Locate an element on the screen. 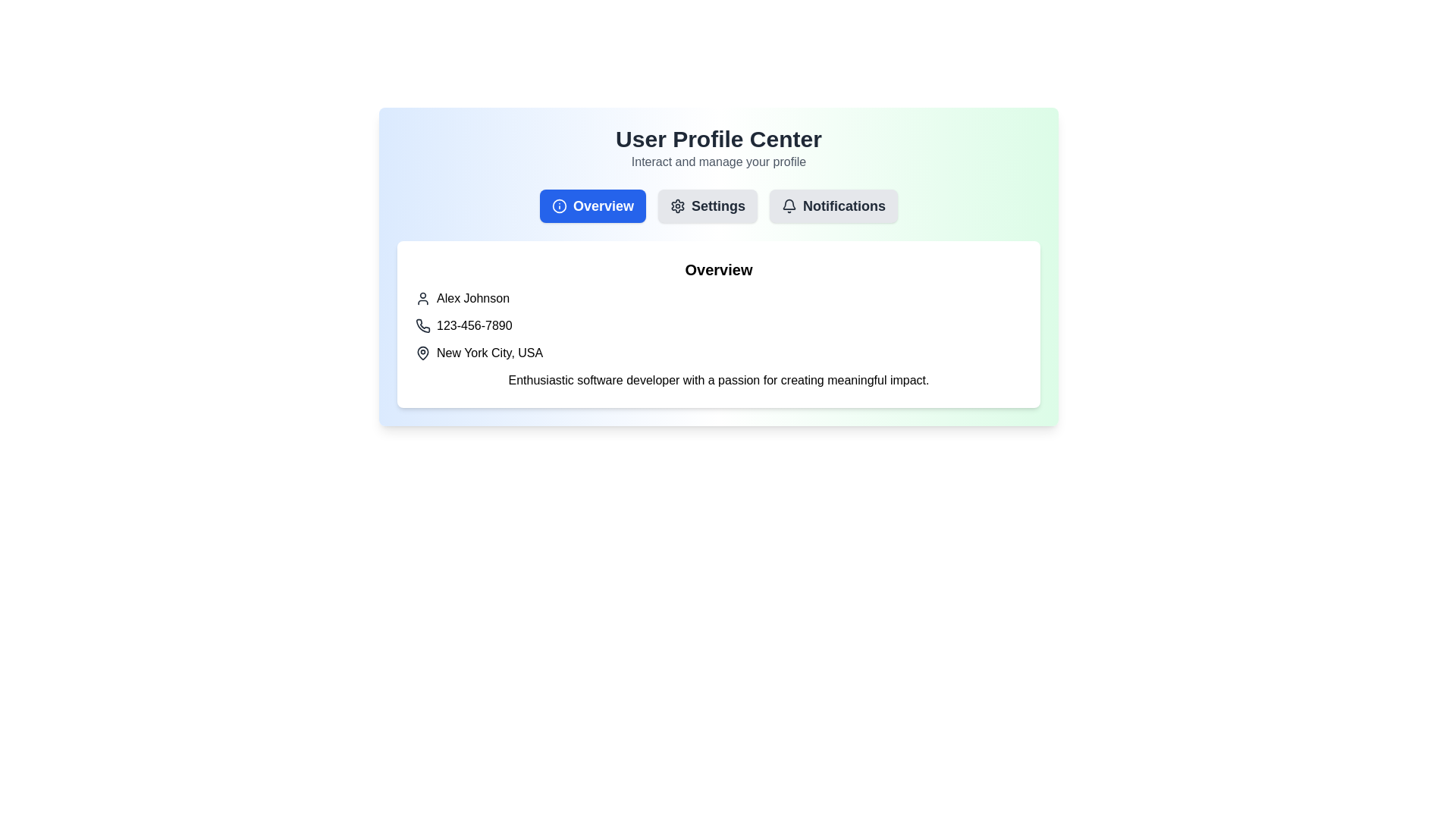  the 'Settings' button with a gear icon to observe the background color change to light blue is located at coordinates (707, 206).